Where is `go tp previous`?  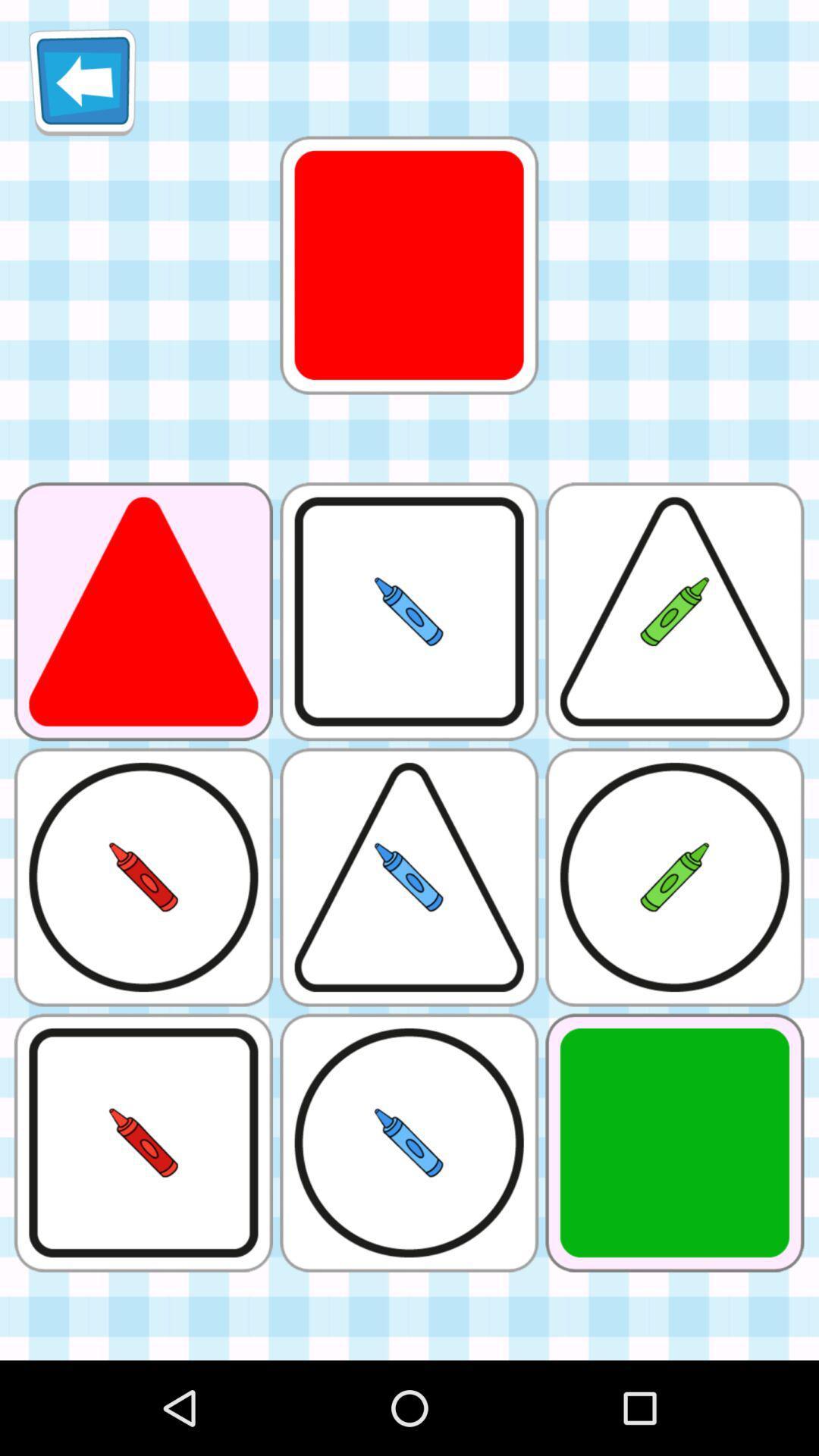 go tp previous is located at coordinates (82, 81).